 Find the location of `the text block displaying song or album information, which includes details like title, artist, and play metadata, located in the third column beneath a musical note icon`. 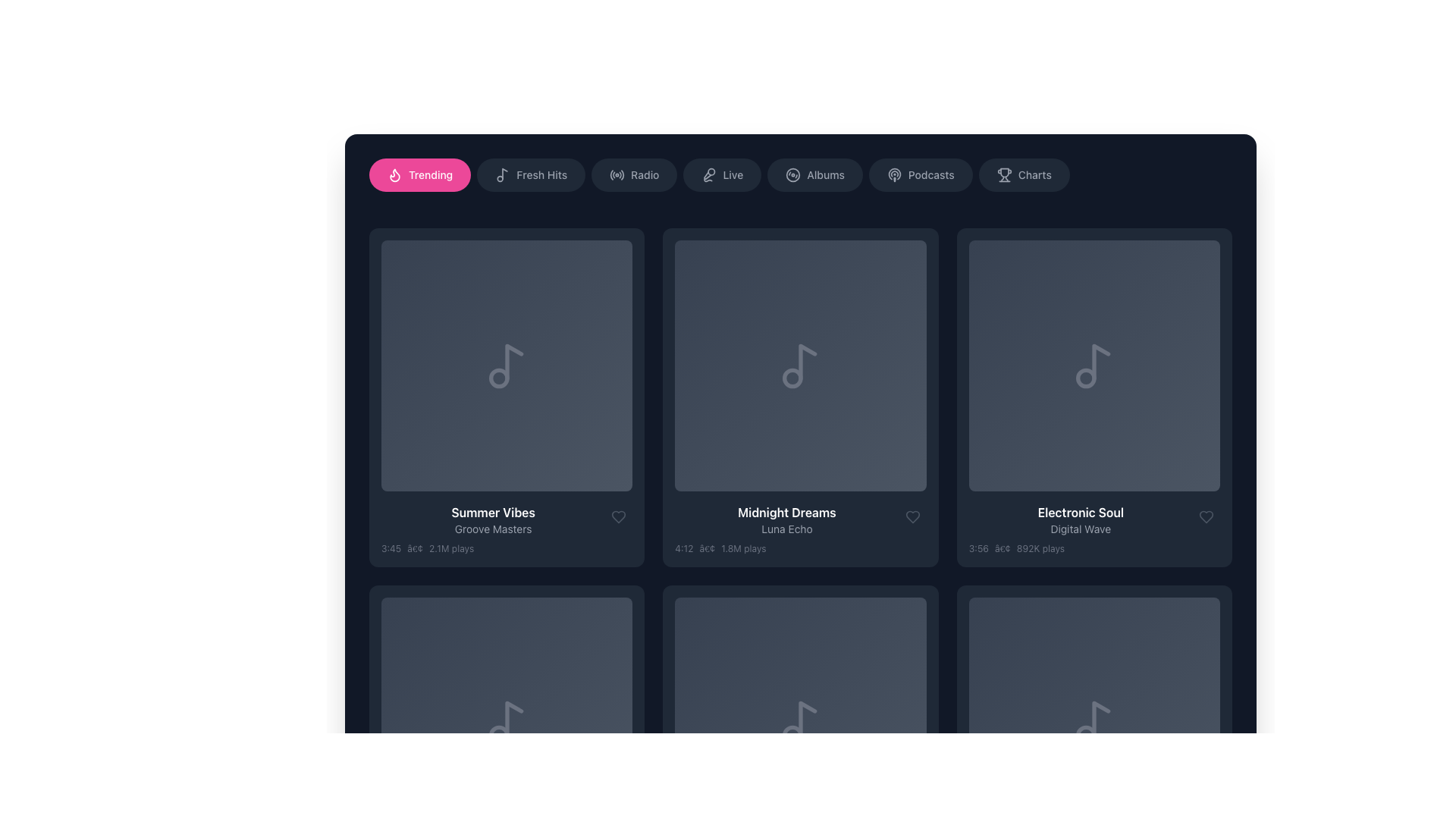

the text block displaying song or album information, which includes details like title, artist, and play metadata, located in the third column beneath a musical note icon is located at coordinates (1080, 529).